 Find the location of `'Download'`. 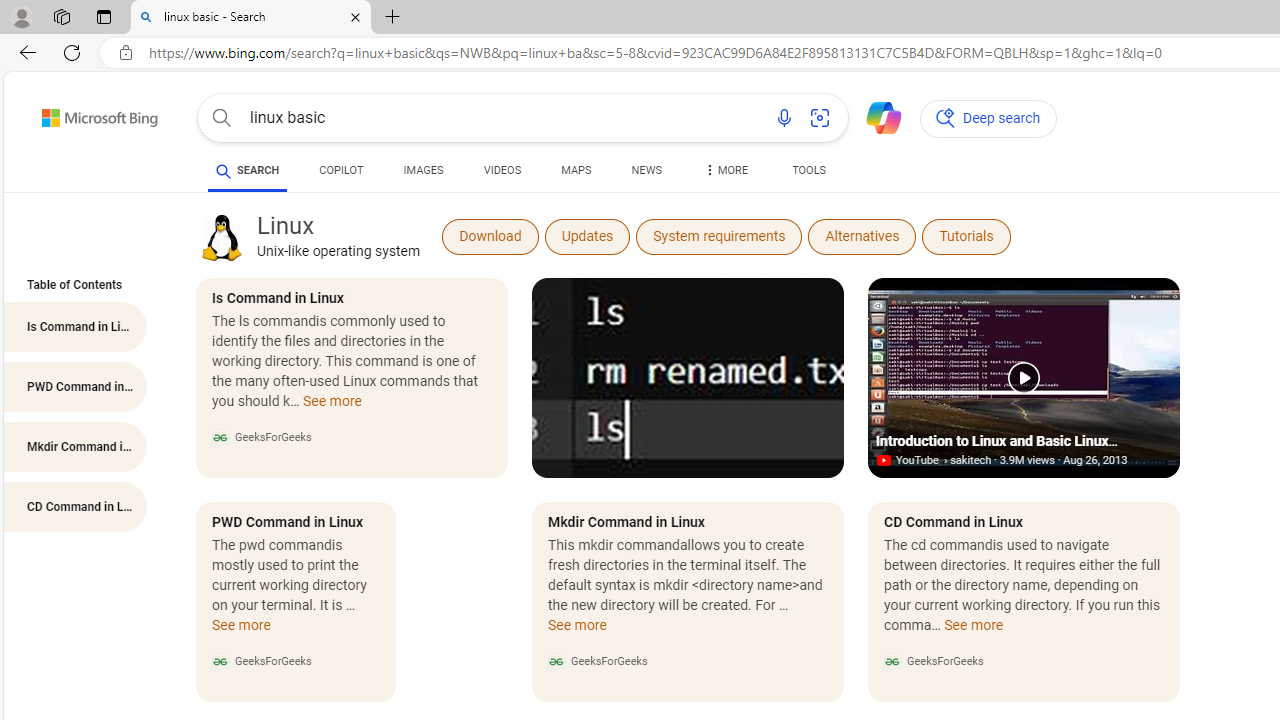

'Download' is located at coordinates (490, 235).